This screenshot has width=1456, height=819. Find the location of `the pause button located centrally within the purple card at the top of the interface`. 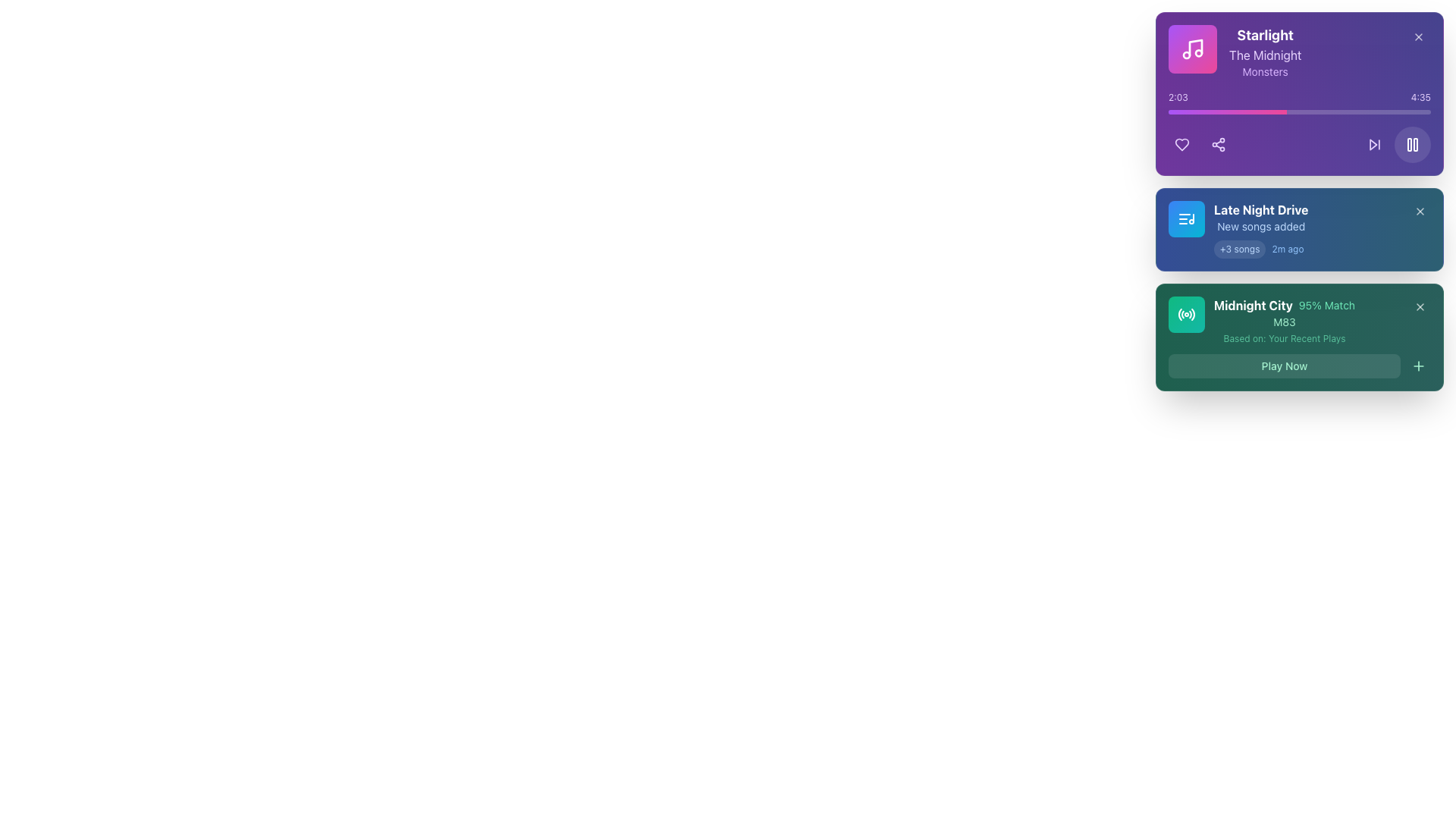

the pause button located centrally within the purple card at the top of the interface is located at coordinates (1411, 145).